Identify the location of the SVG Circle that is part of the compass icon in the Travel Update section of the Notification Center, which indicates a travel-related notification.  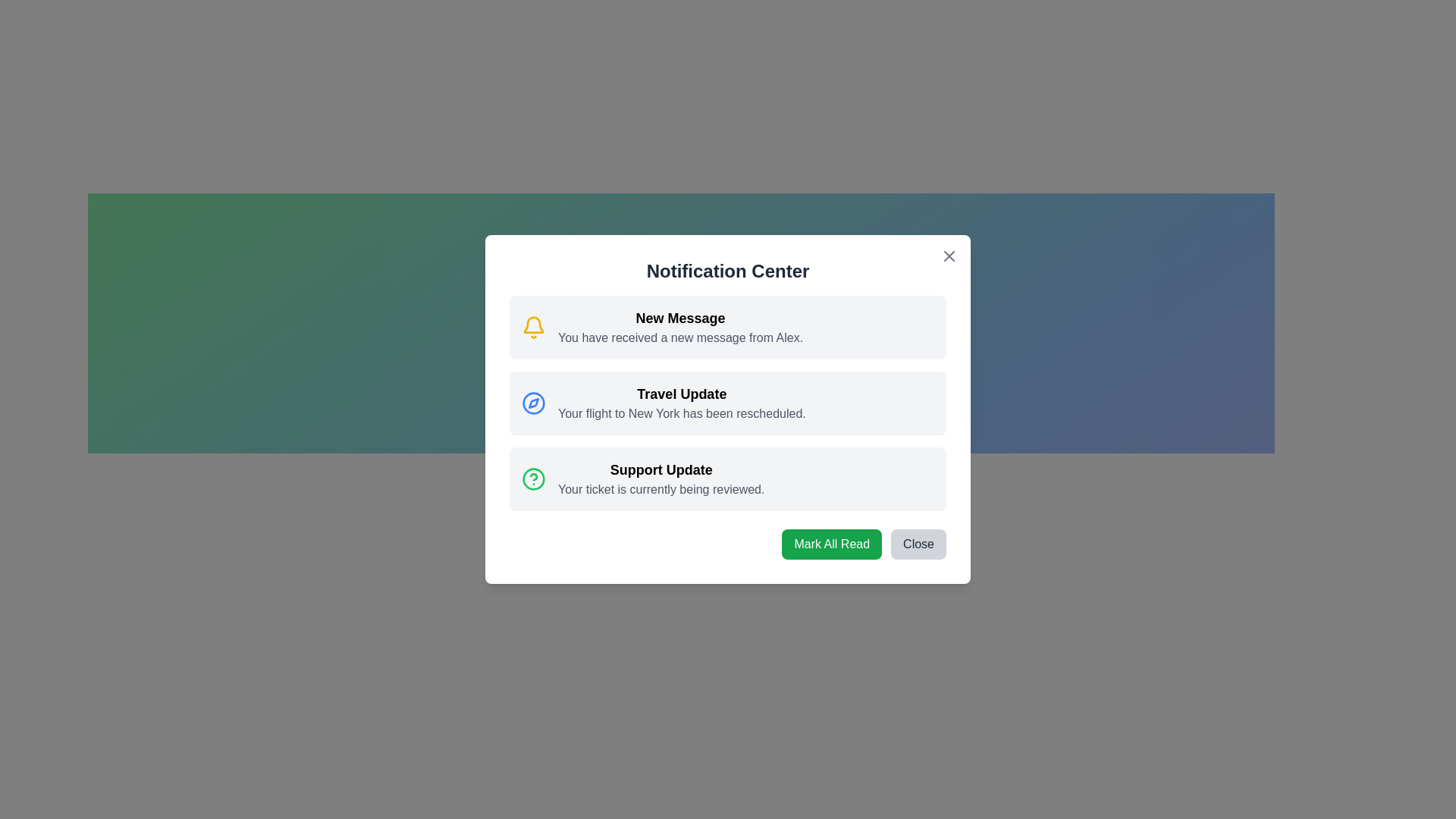
(534, 403).